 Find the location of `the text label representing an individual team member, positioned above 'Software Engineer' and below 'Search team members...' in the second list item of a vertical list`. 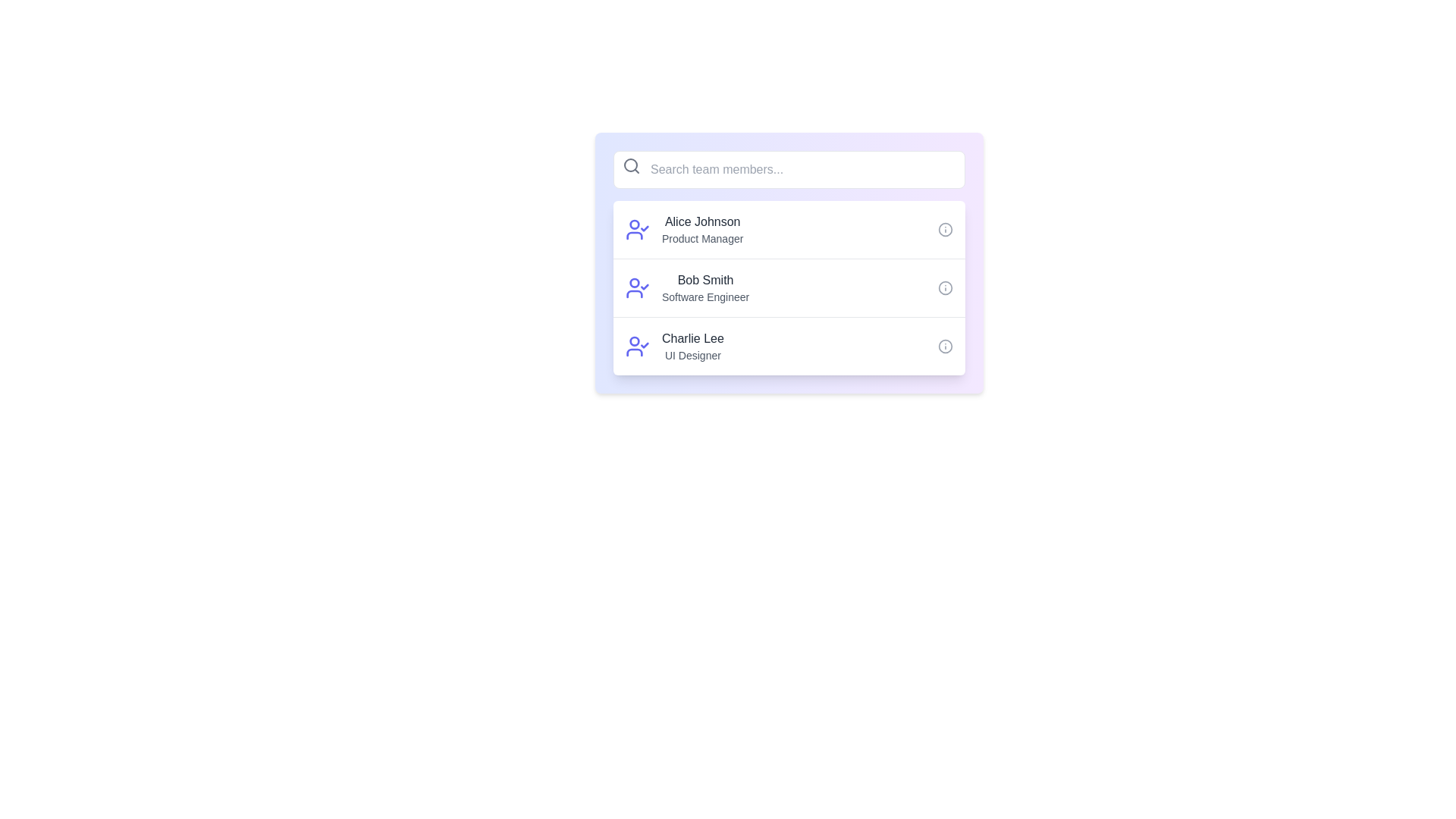

the text label representing an individual team member, positioned above 'Software Engineer' and below 'Search team members...' in the second list item of a vertical list is located at coordinates (704, 281).